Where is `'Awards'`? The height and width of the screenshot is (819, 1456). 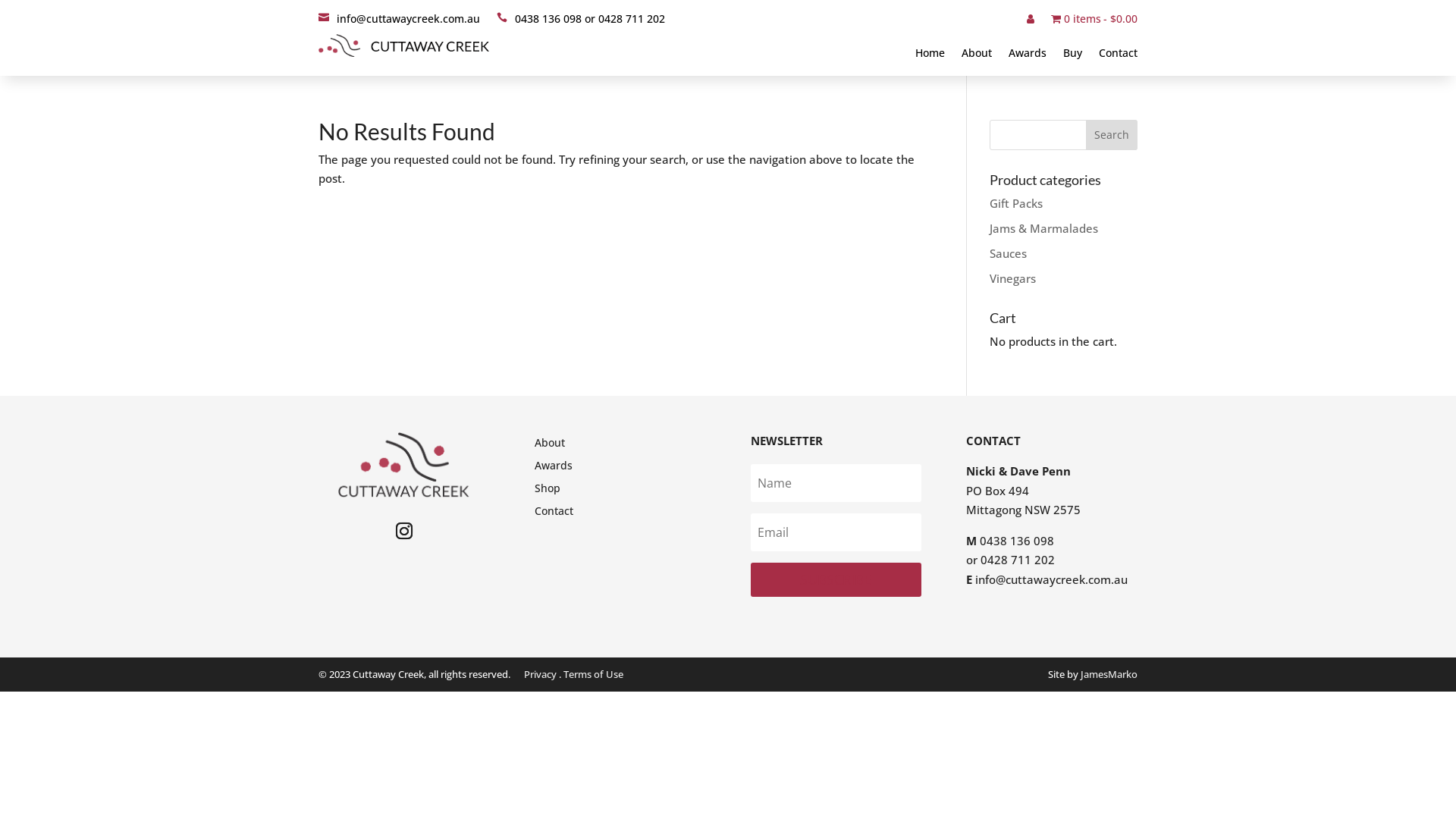 'Awards' is located at coordinates (1027, 55).